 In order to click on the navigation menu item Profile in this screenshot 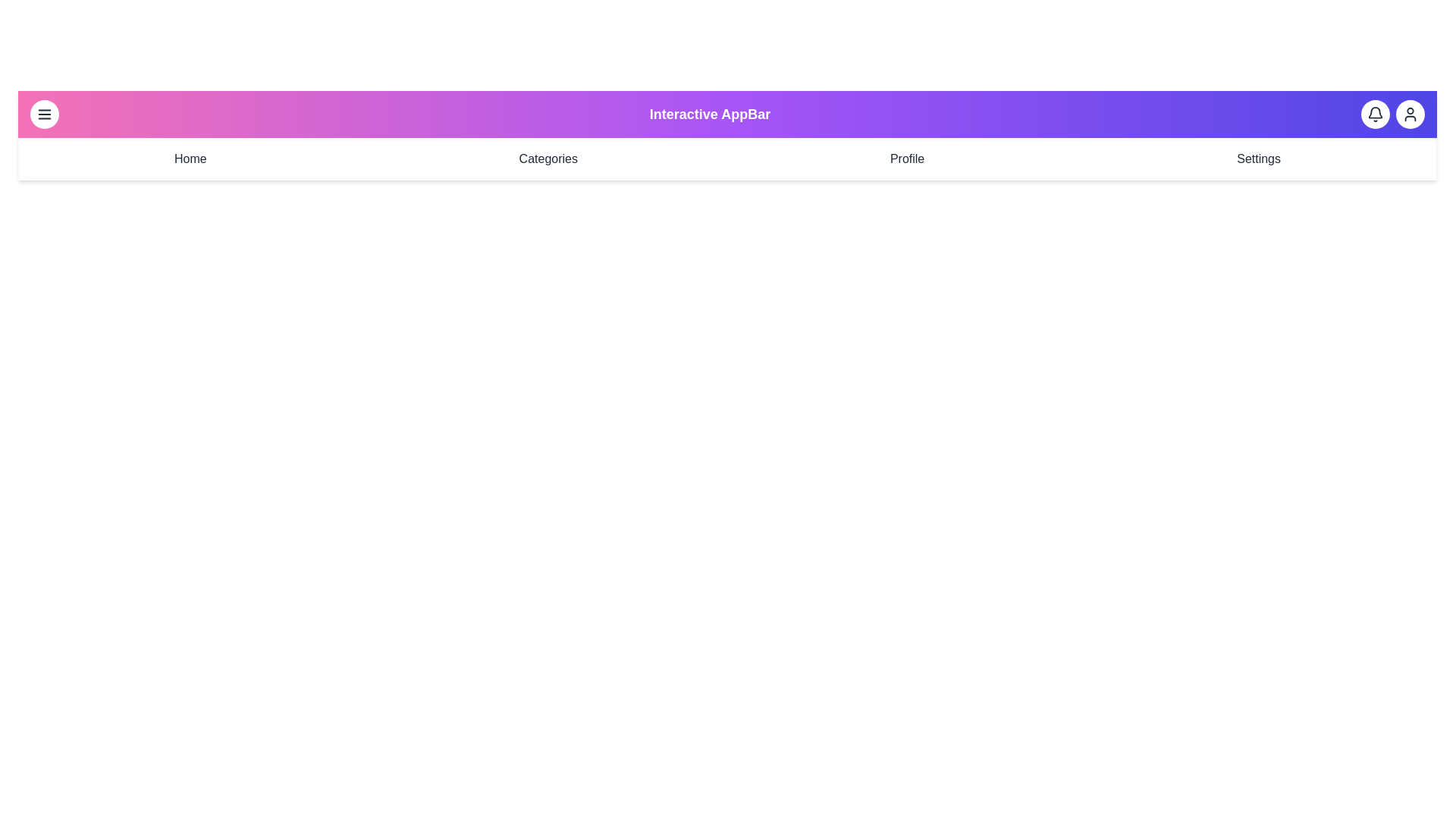, I will do `click(907, 158)`.